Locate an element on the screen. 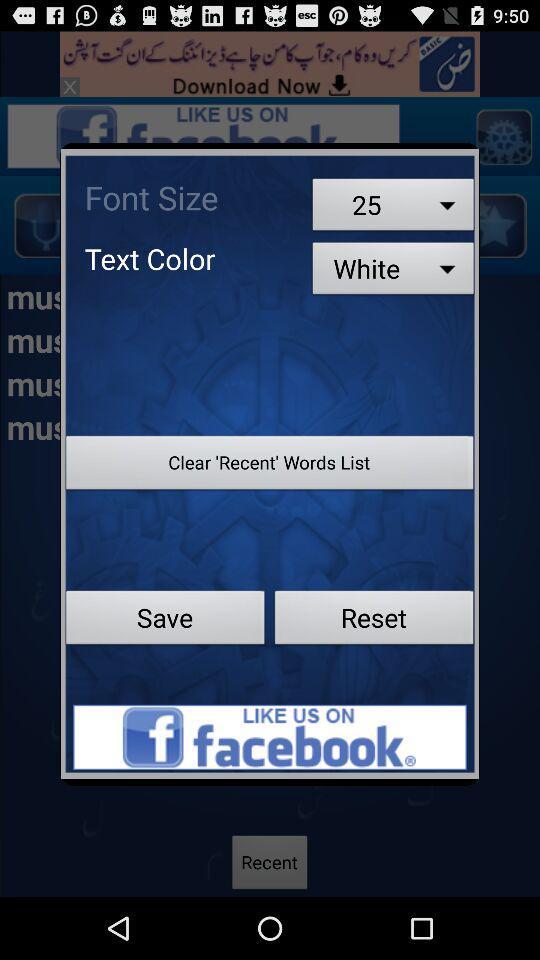 This screenshot has height=960, width=540. advertisement is located at coordinates (270, 736).